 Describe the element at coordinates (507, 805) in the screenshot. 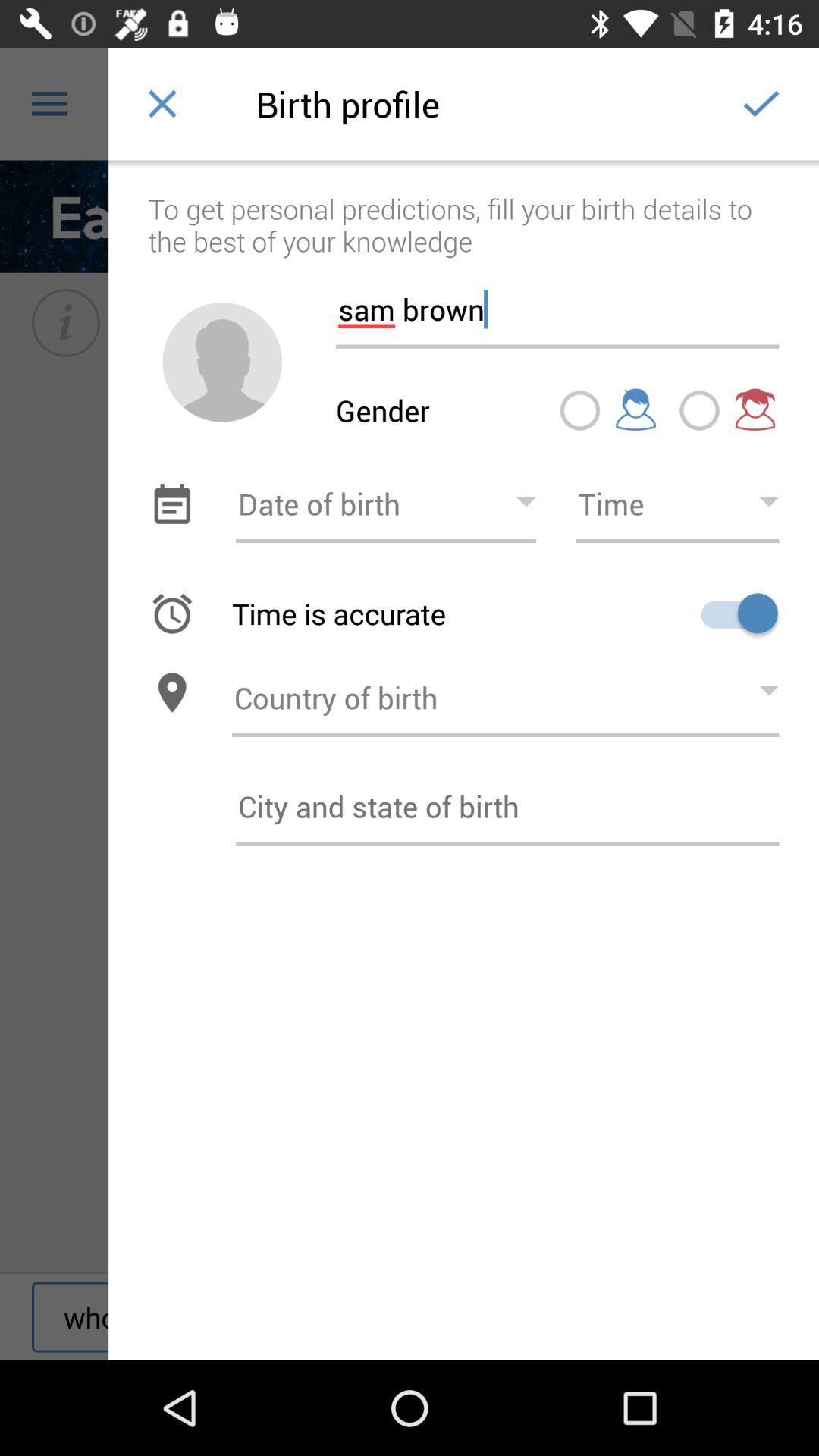

I see `information on place of birth` at that location.